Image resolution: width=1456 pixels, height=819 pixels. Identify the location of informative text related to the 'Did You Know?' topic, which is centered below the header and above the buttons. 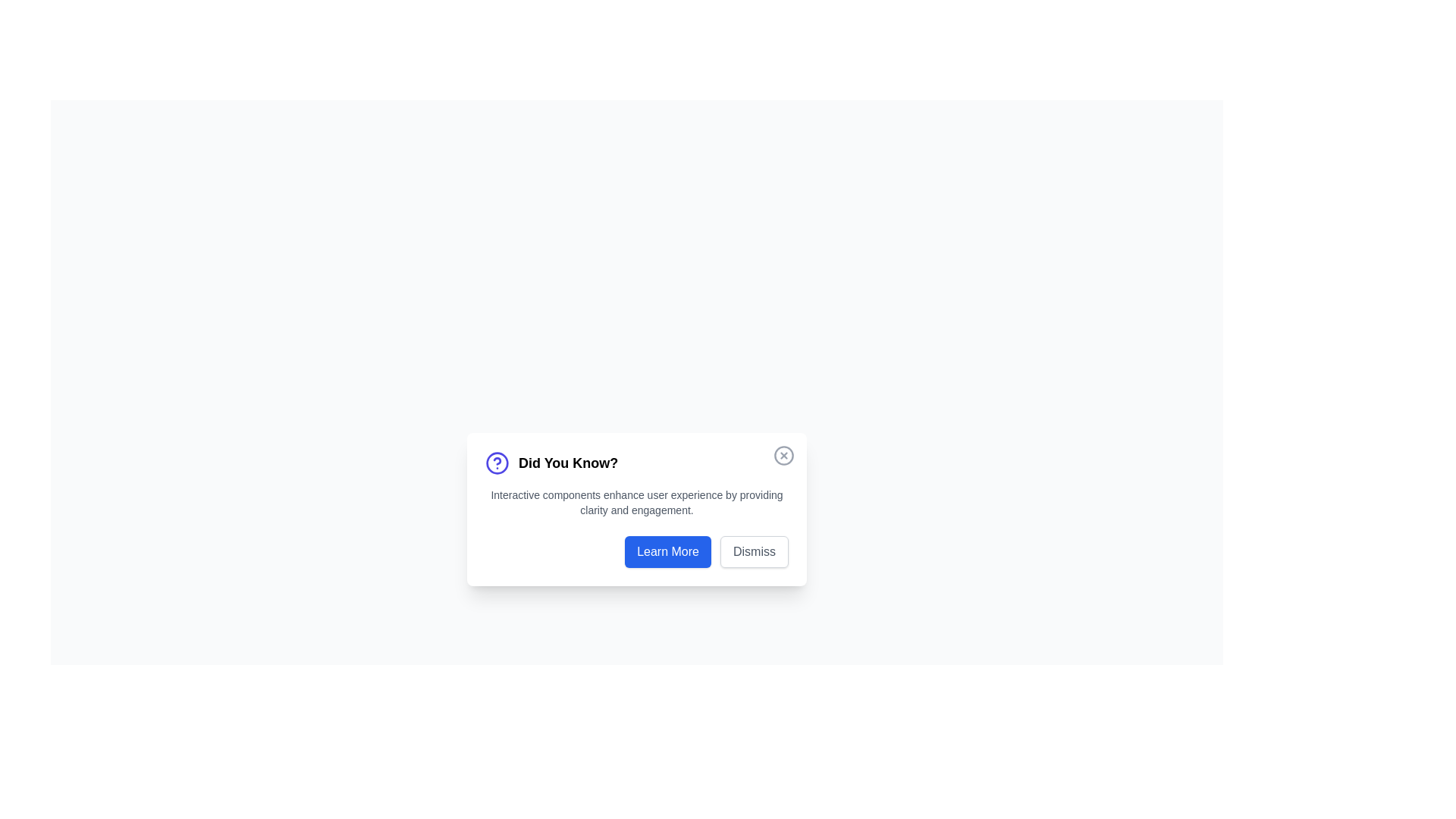
(637, 503).